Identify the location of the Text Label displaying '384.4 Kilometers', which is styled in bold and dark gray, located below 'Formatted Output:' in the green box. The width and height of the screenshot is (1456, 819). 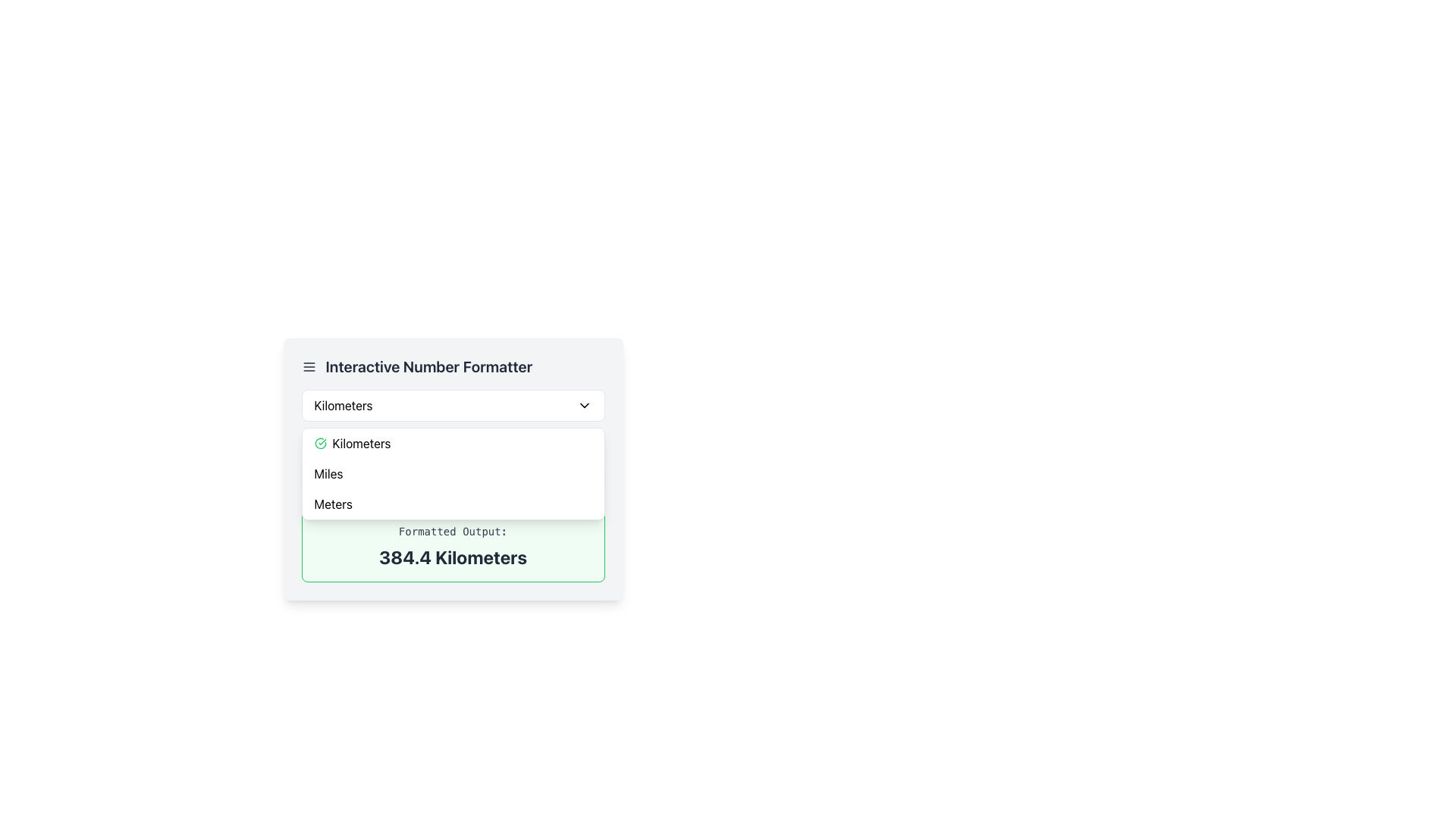
(452, 557).